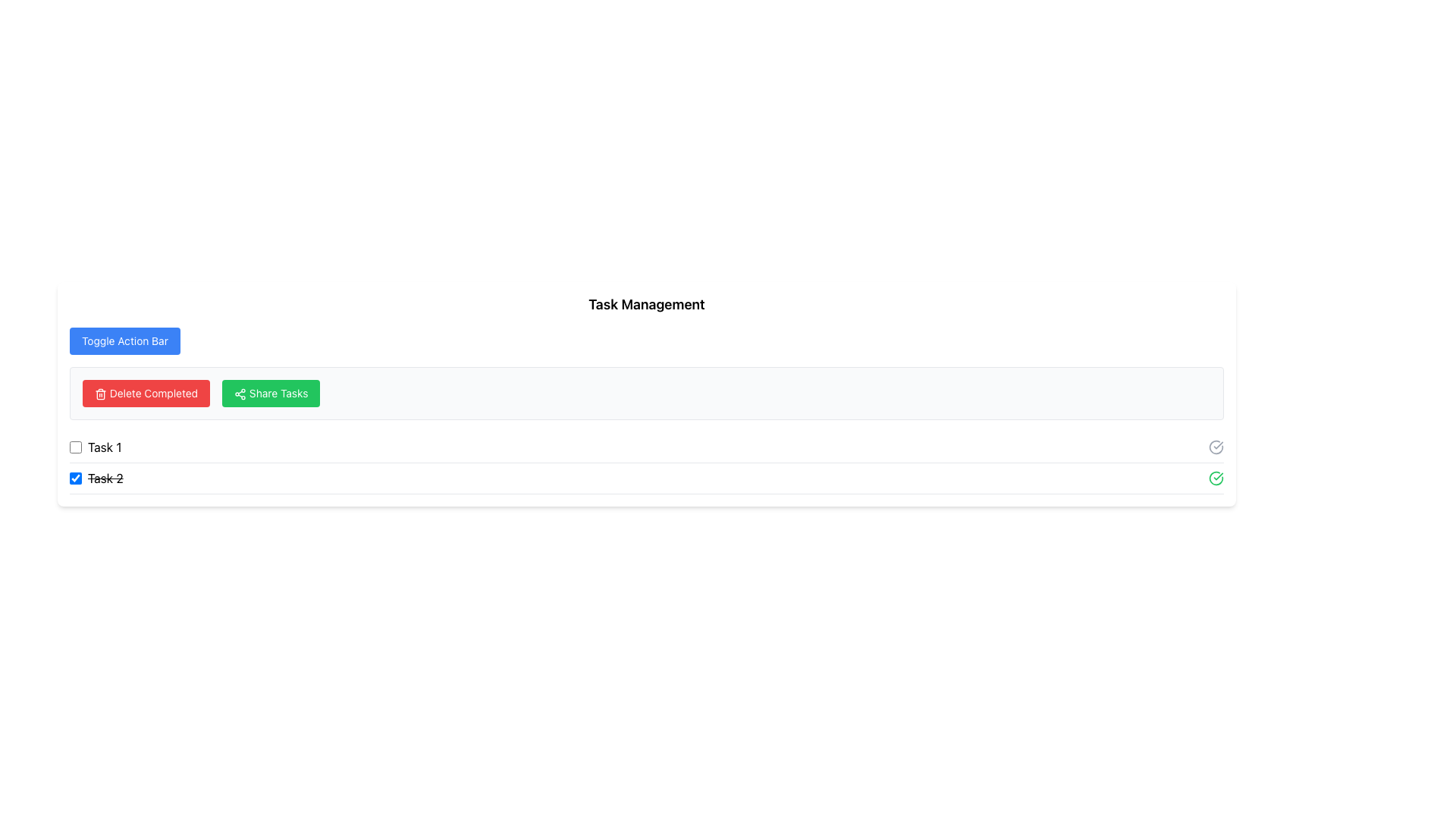 The width and height of the screenshot is (1456, 819). Describe the element at coordinates (240, 394) in the screenshot. I see `the 'Share' SVG icon located on the left side of the 'Share Tasks' button, which is green and positioned at the top-right of the interface` at that location.